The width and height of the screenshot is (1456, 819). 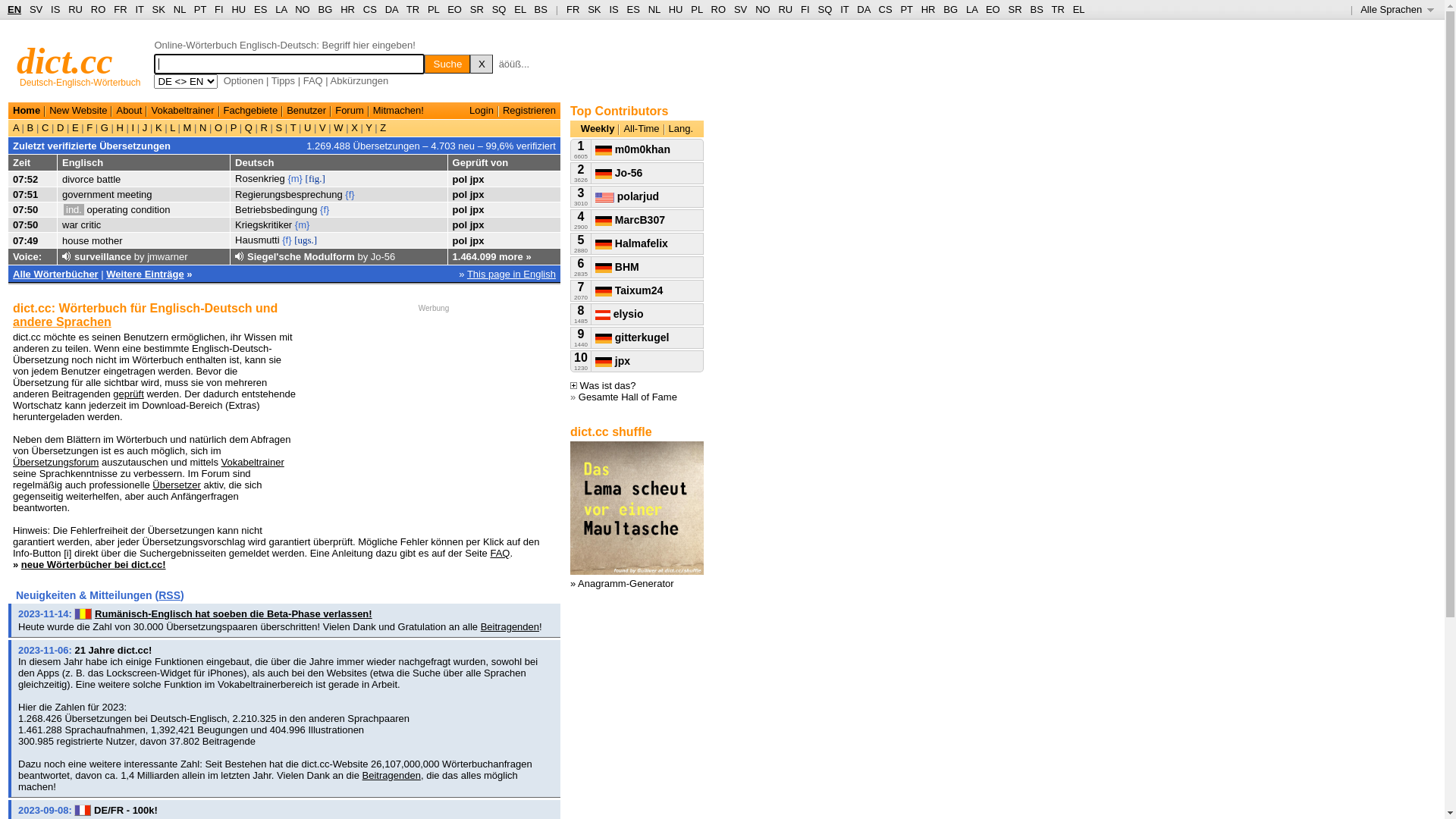 What do you see at coordinates (740, 9) in the screenshot?
I see `'SV'` at bounding box center [740, 9].